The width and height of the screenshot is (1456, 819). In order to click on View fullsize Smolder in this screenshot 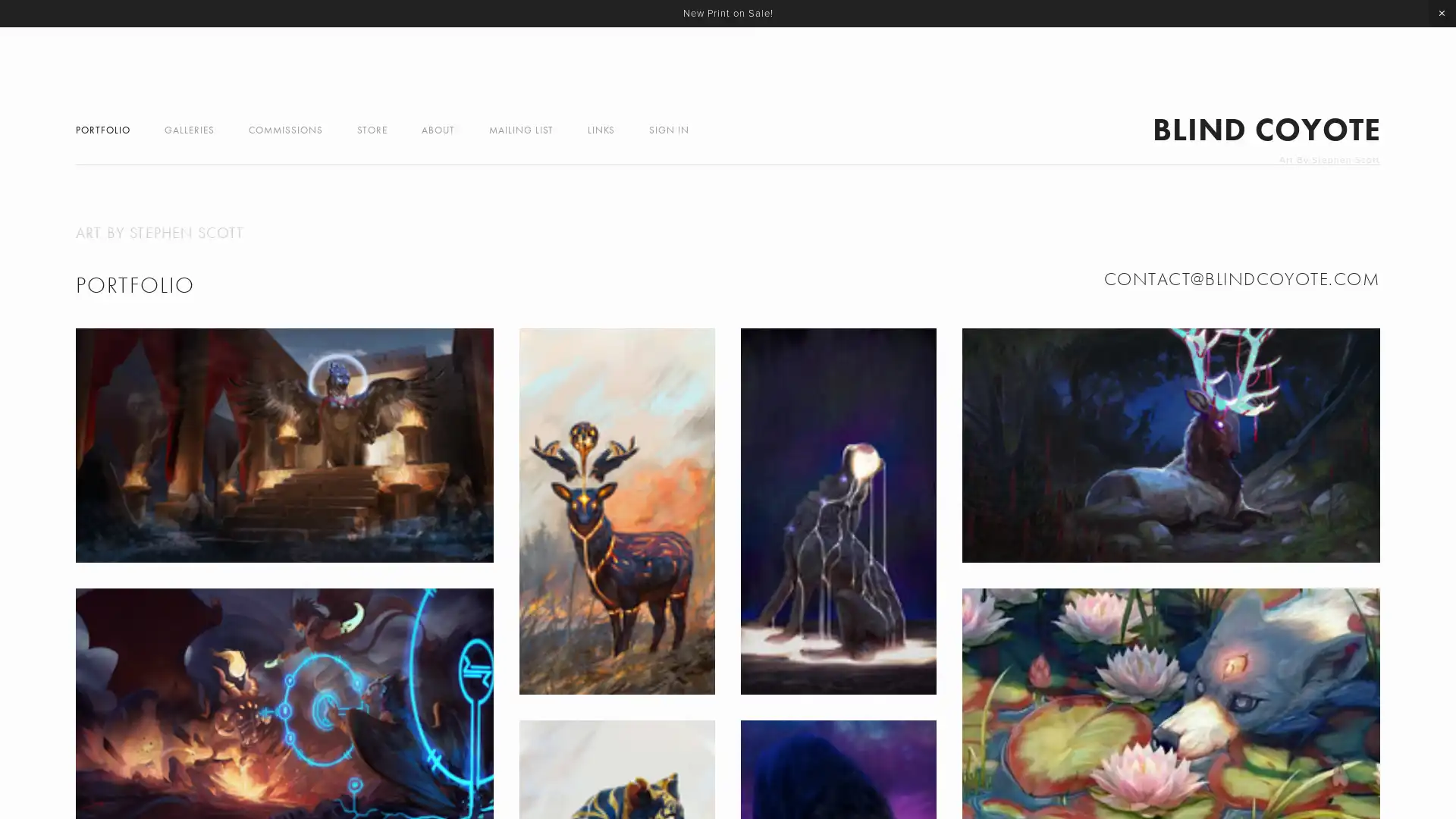, I will do `click(616, 511)`.